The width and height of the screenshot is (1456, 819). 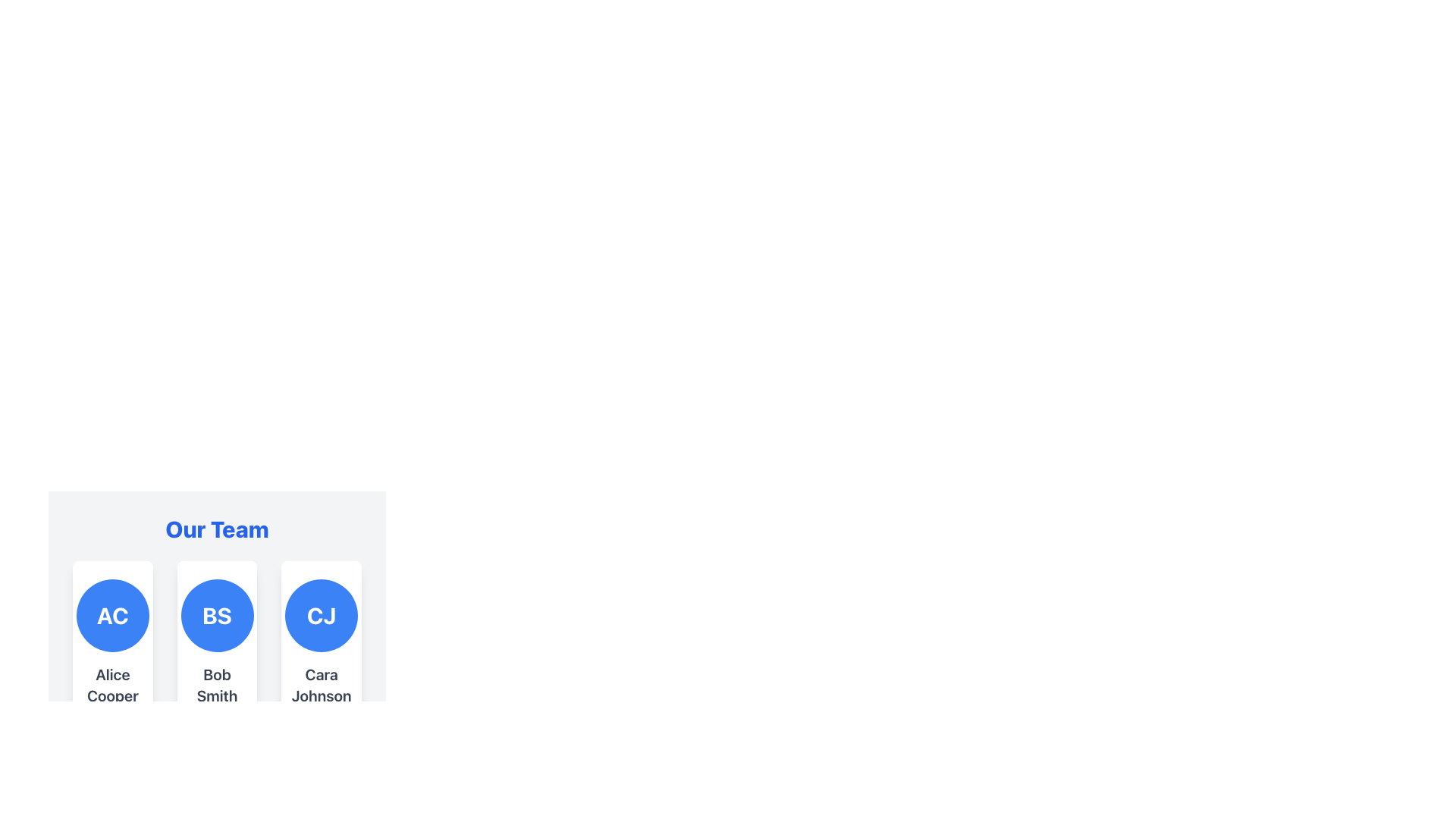 What do you see at coordinates (216, 616) in the screenshot?
I see `the circular badge representing 'Bob Smith' located in the 'Our Team' section` at bounding box center [216, 616].